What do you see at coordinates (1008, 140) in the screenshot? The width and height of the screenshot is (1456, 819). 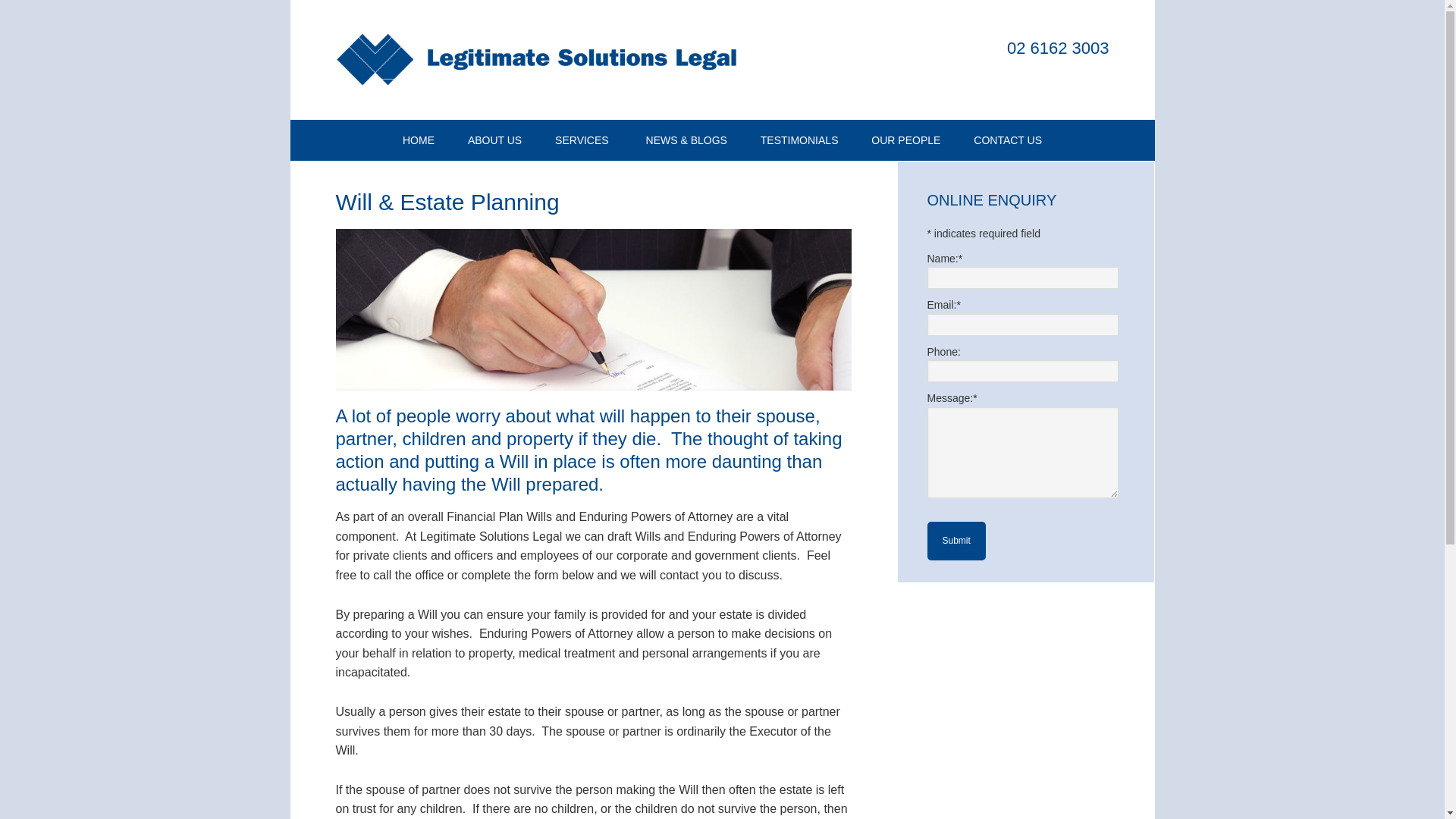 I see `'CONTACT US'` at bounding box center [1008, 140].